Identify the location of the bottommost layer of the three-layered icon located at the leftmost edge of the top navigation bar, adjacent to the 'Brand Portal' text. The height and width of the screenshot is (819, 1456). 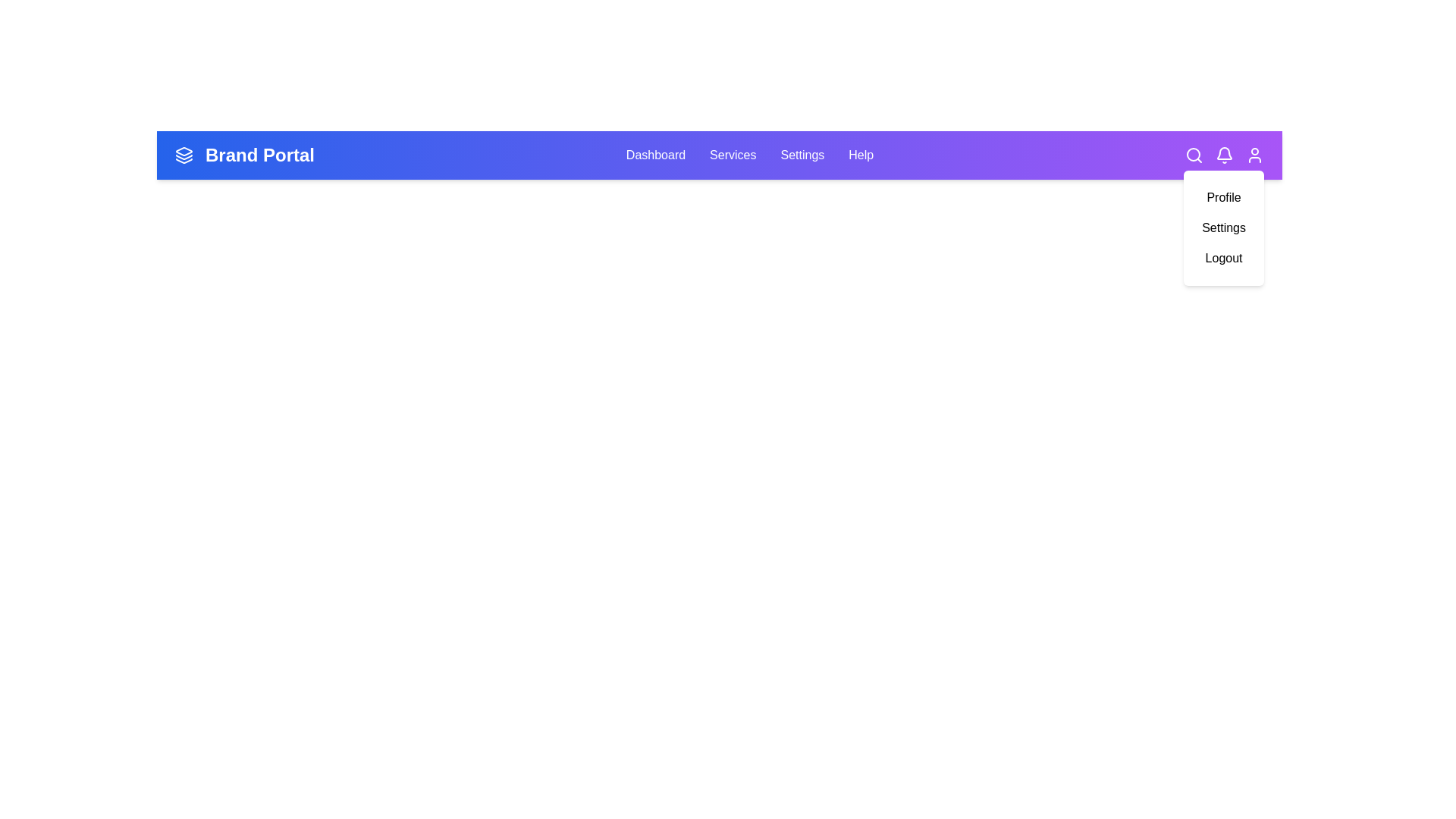
(184, 161).